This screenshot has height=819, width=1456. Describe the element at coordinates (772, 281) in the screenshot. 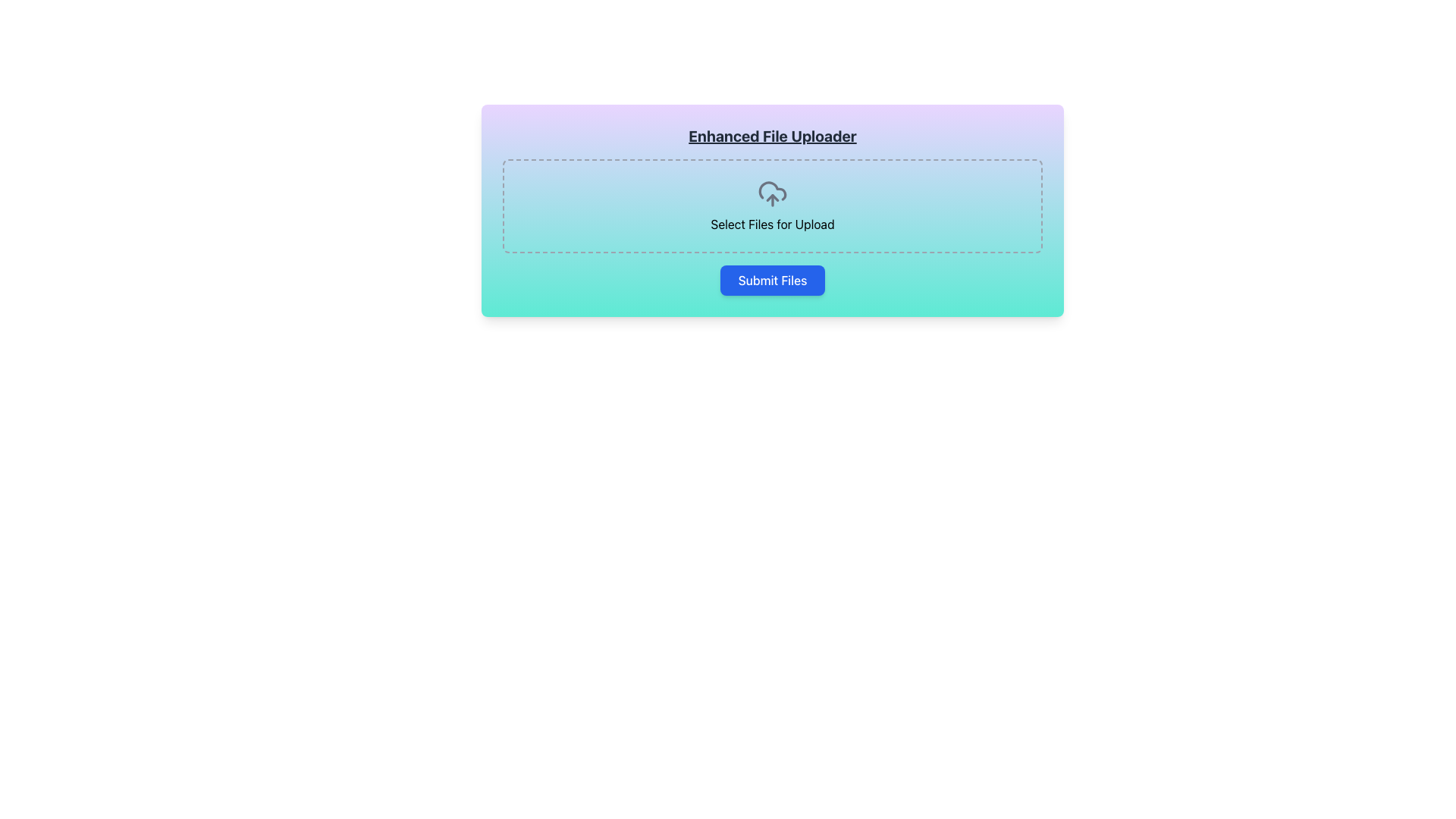

I see `the 'Submit Files' button to observe its hover effect, which changes the background color to a darker blue` at that location.